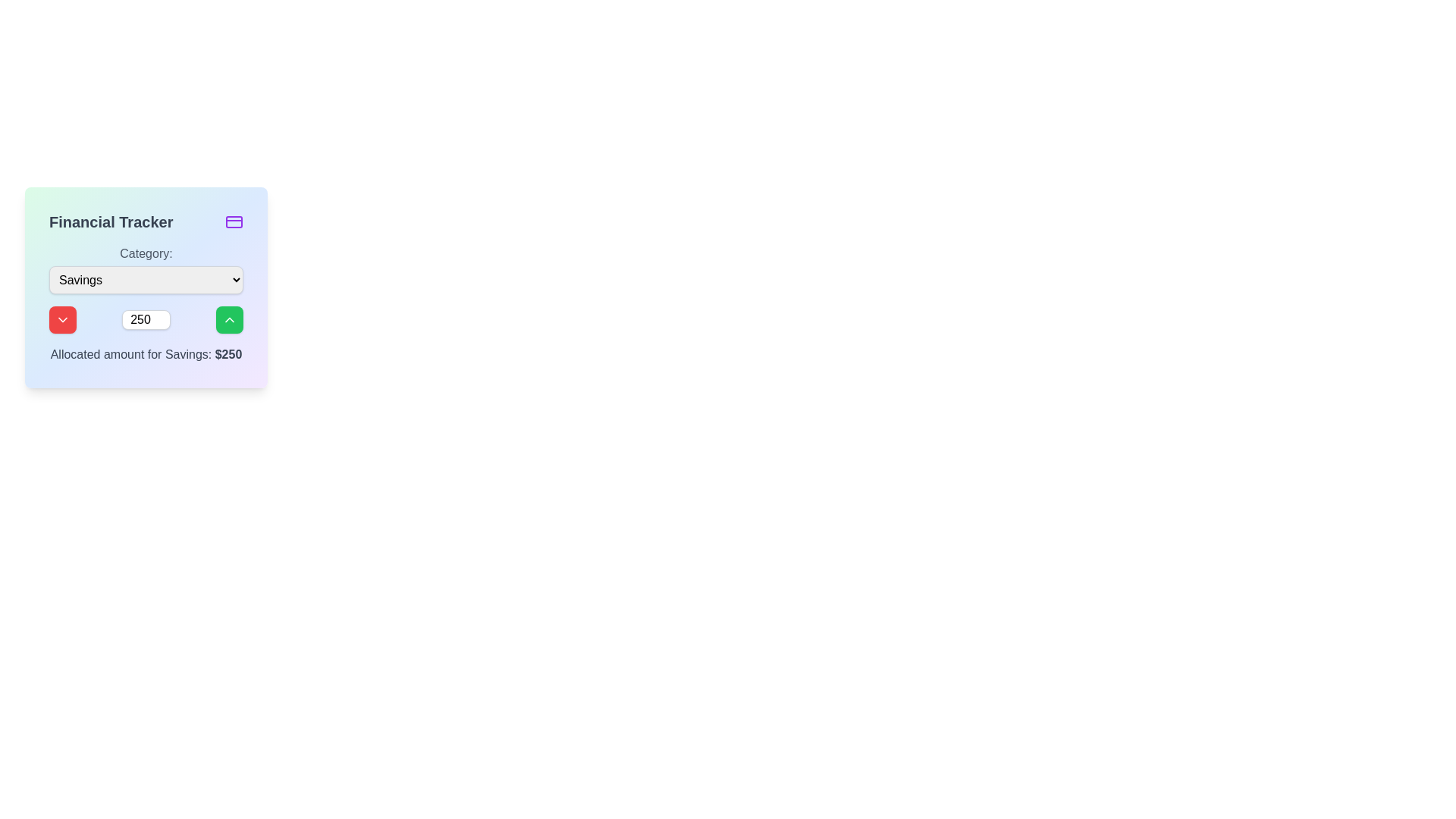  Describe the element at coordinates (61, 318) in the screenshot. I see `the decrement button located to the left of the numeric input box for visual feedback` at that location.